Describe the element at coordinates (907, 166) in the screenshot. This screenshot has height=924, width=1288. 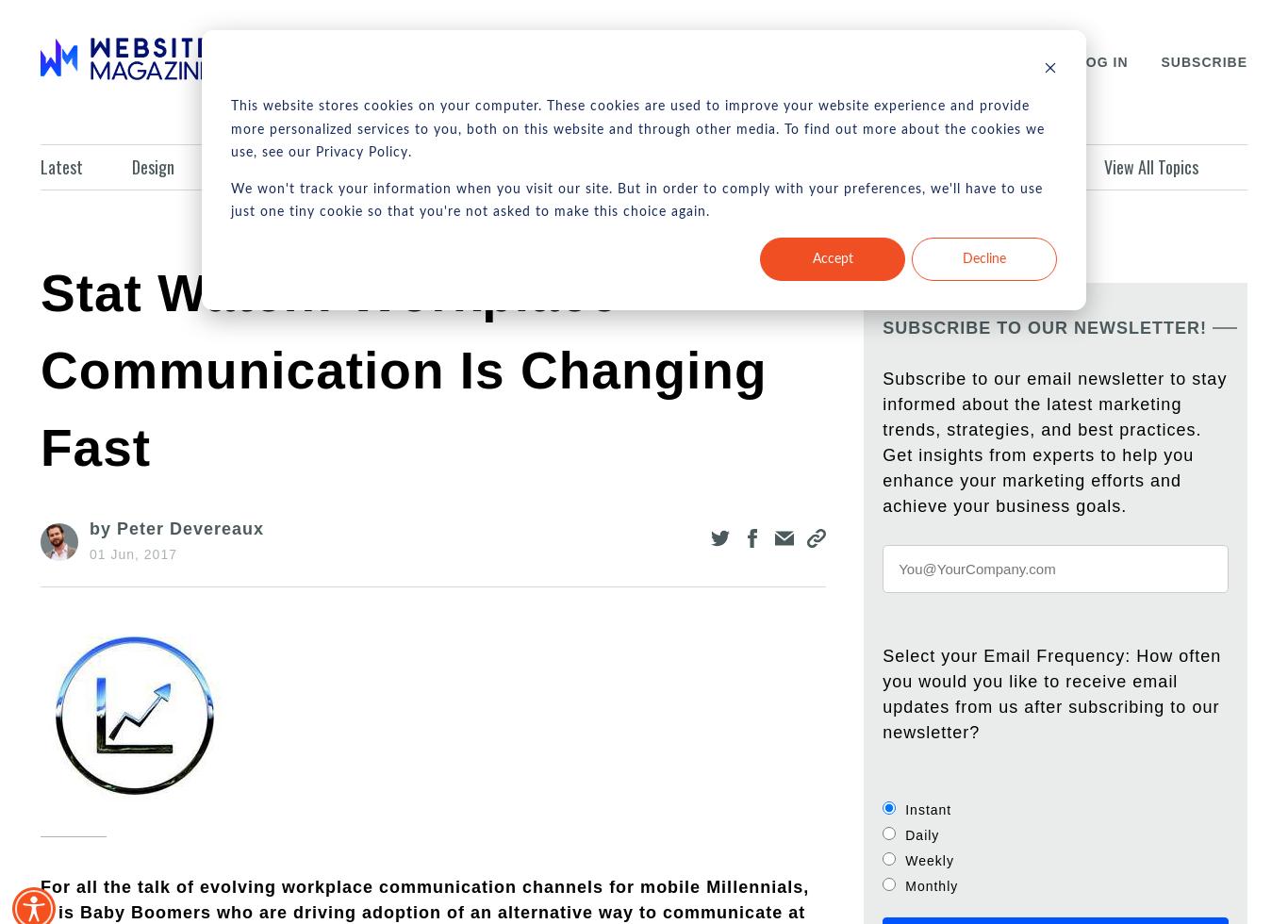
I see `'Email'` at that location.